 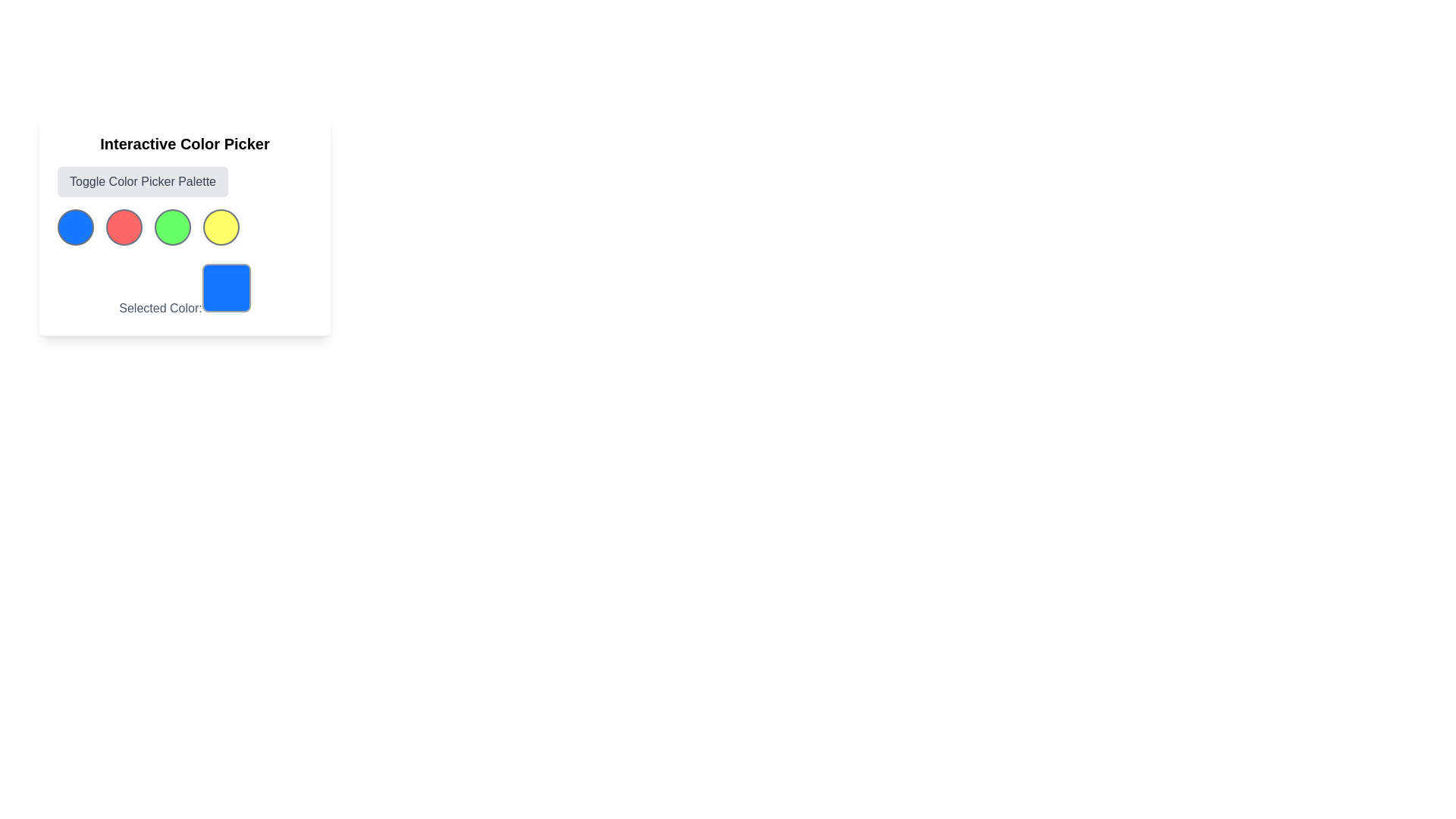 I want to click on Color Display Indicator located at the bottom-right of the 'Selected Color:' label for visual representation of the currently selected color, so click(x=225, y=288).